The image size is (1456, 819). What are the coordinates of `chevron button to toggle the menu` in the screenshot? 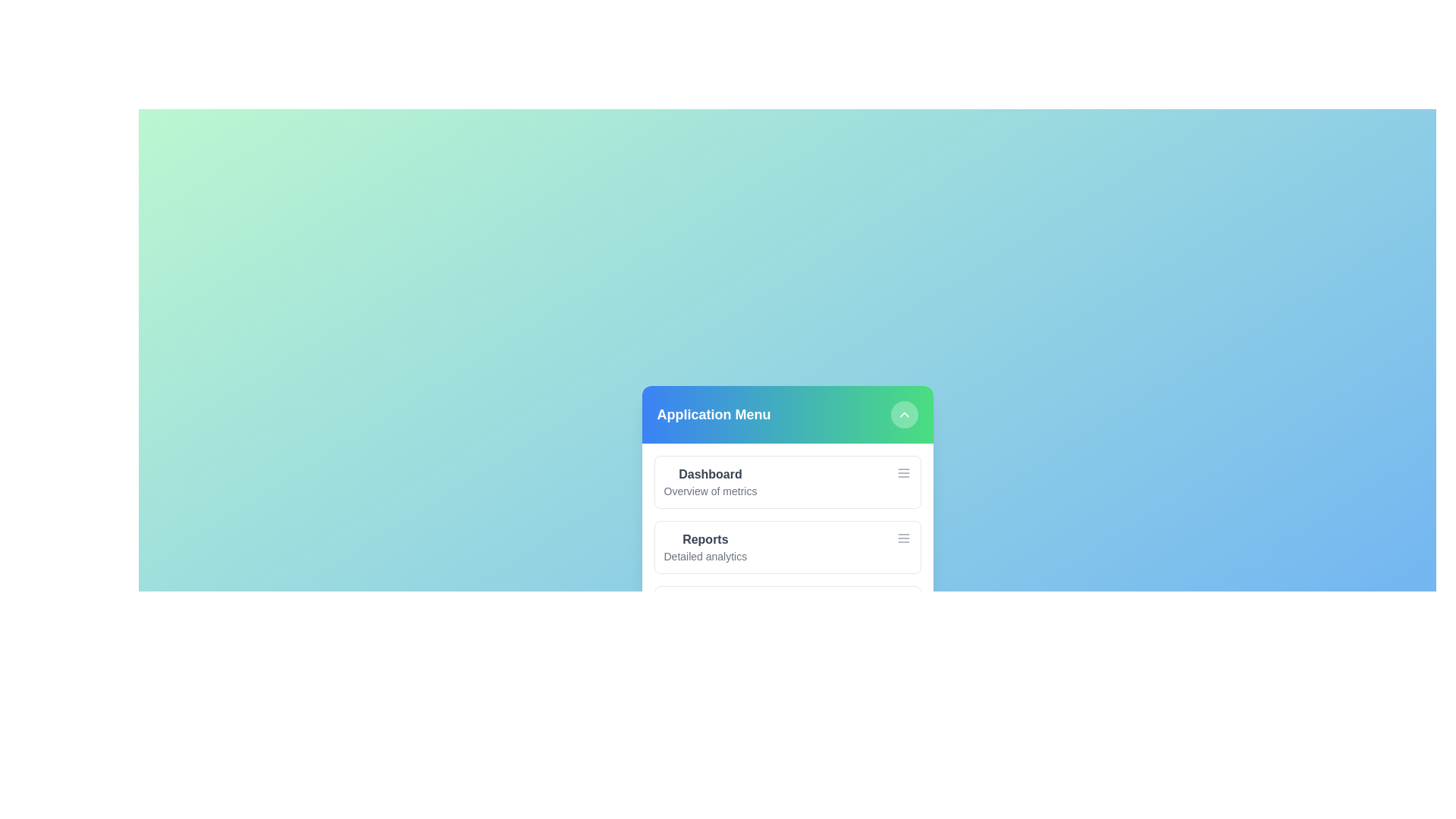 It's located at (904, 415).